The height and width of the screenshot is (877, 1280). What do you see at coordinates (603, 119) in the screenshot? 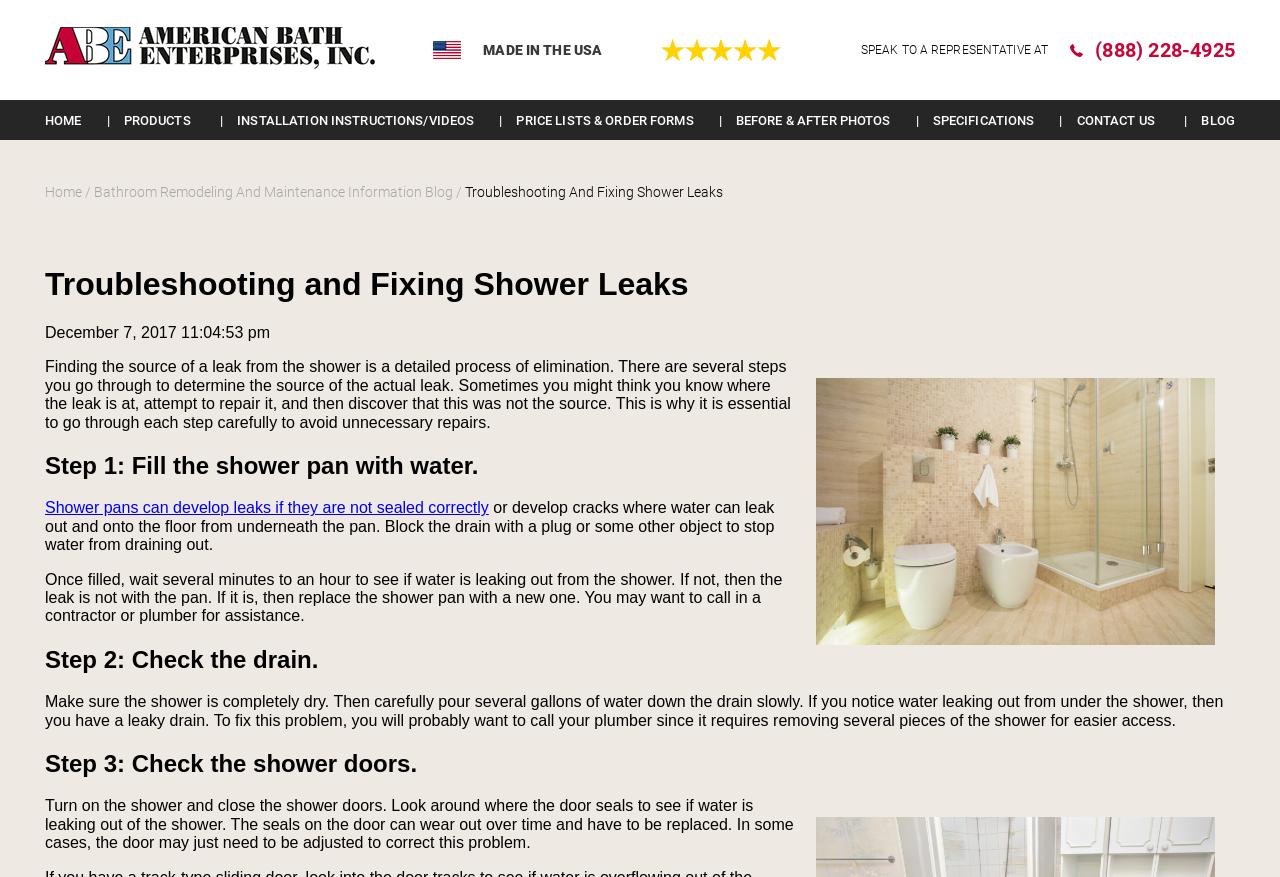
I see `'Price lists & order forms'` at bounding box center [603, 119].